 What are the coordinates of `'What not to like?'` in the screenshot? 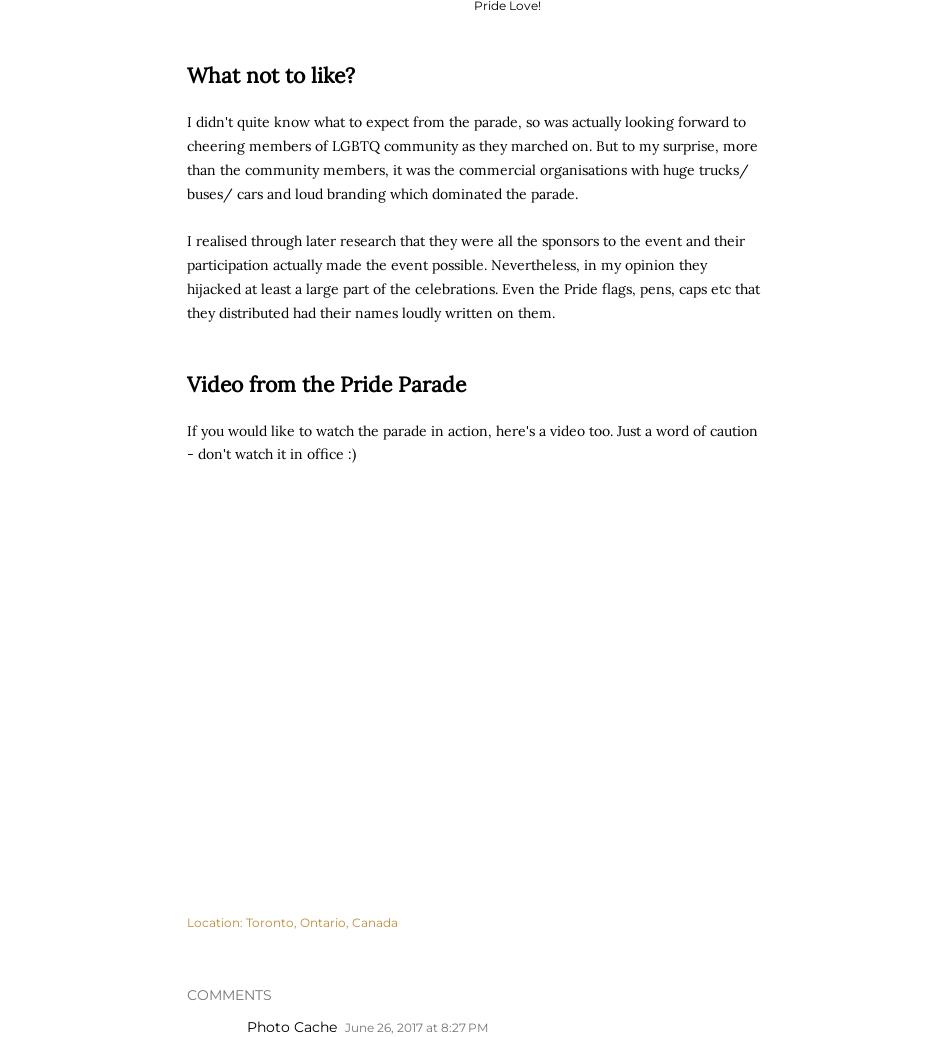 It's located at (270, 74).